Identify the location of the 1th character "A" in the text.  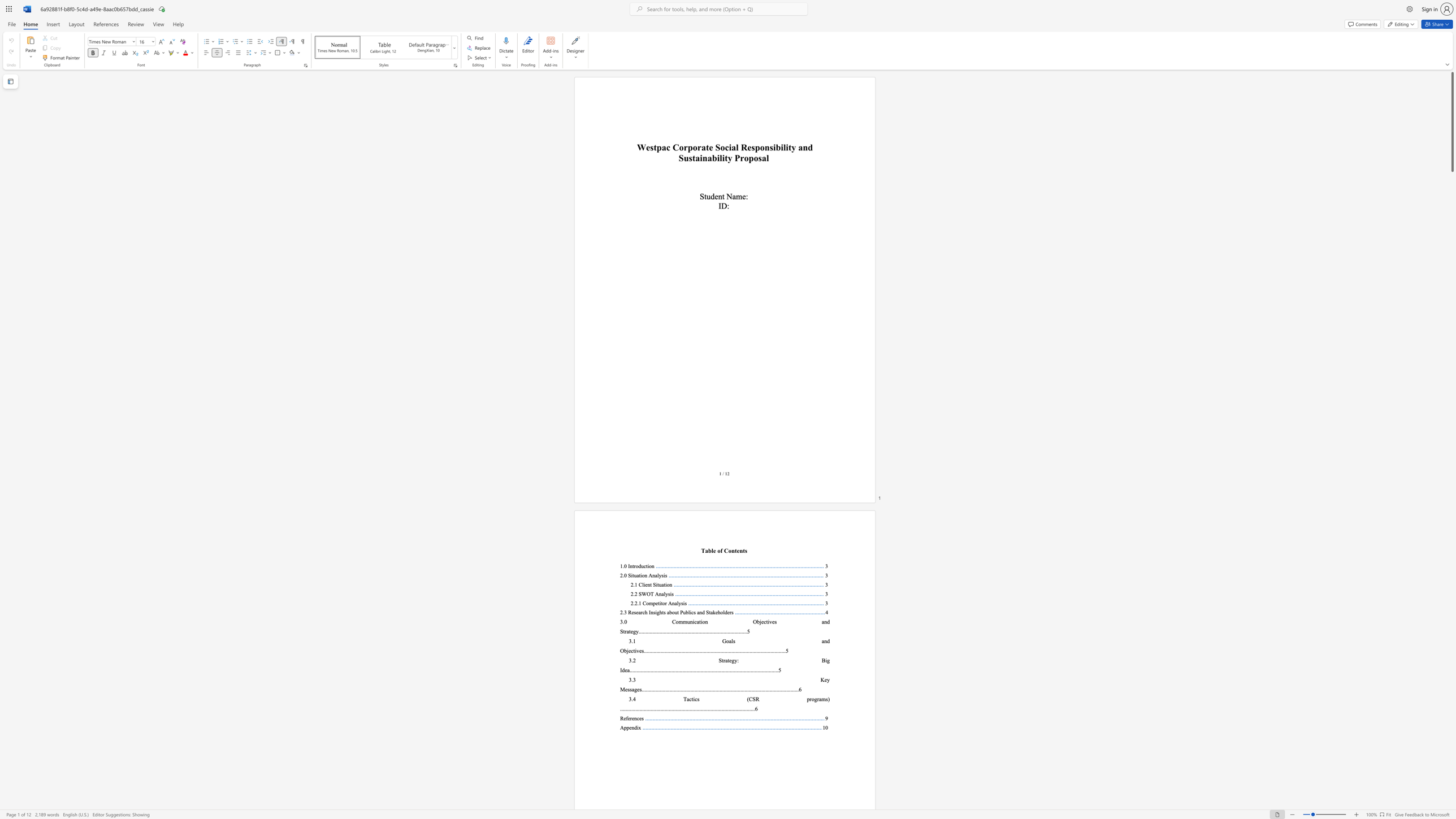
(656, 593).